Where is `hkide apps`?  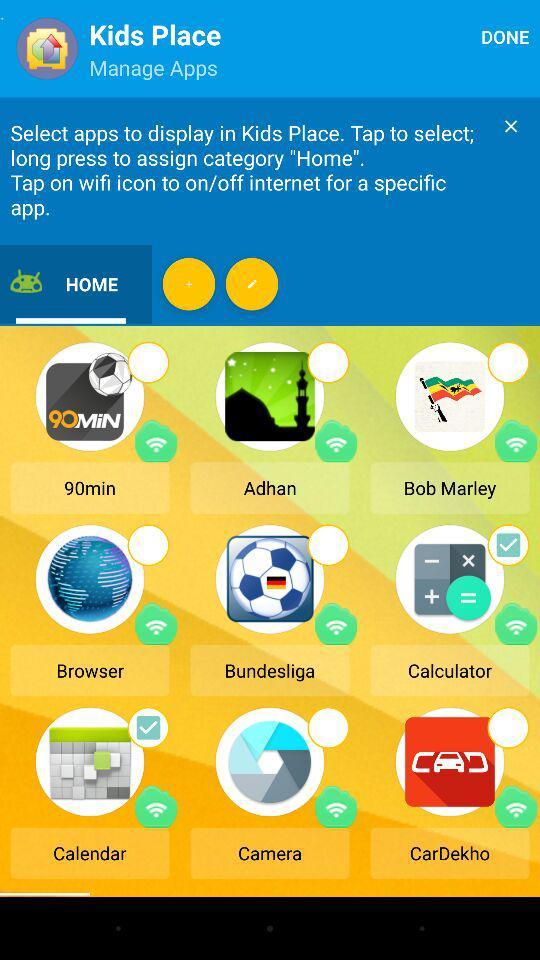 hkide apps is located at coordinates (252, 283).